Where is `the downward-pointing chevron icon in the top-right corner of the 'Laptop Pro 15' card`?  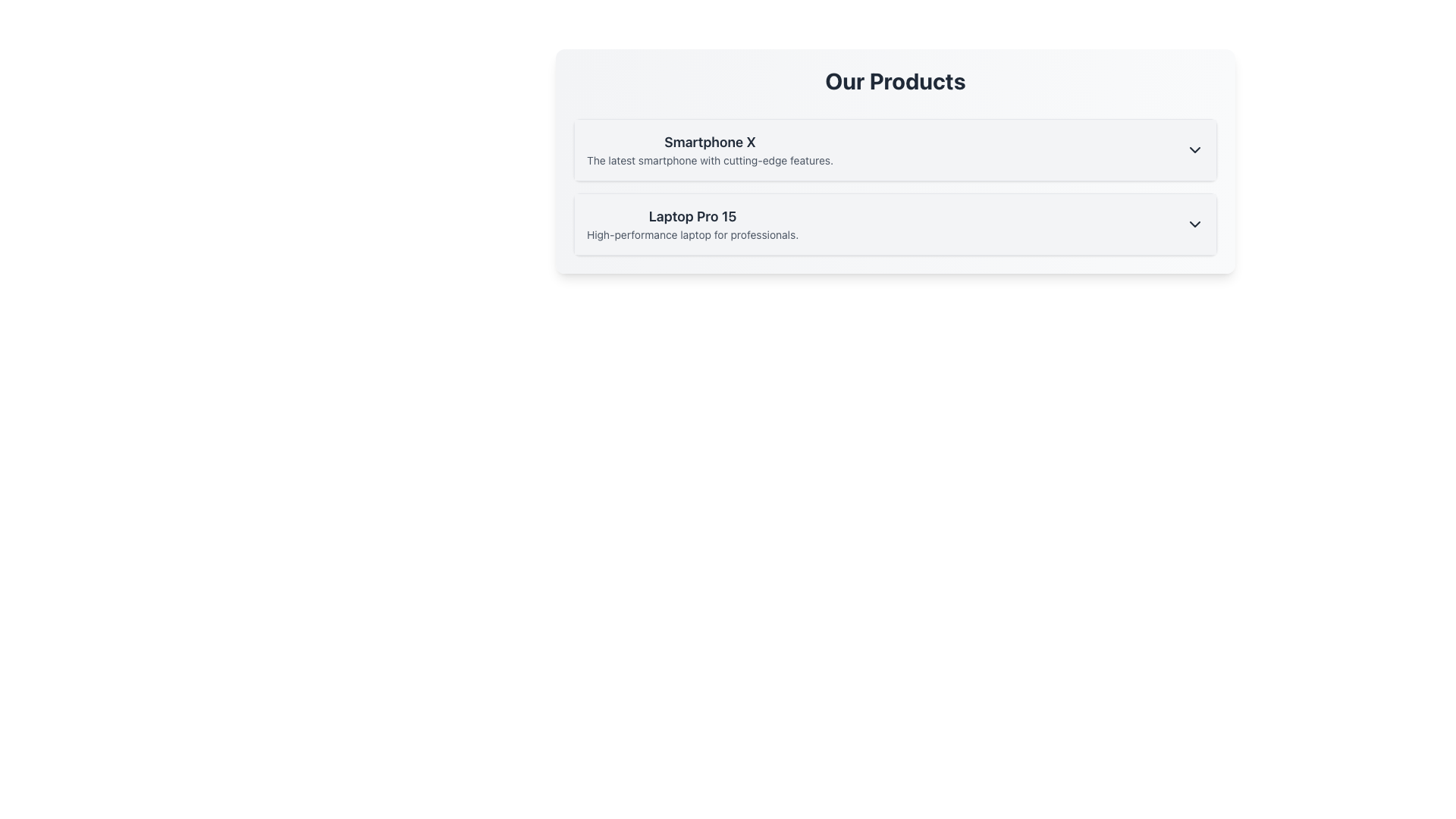 the downward-pointing chevron icon in the top-right corner of the 'Laptop Pro 15' card is located at coordinates (1194, 224).